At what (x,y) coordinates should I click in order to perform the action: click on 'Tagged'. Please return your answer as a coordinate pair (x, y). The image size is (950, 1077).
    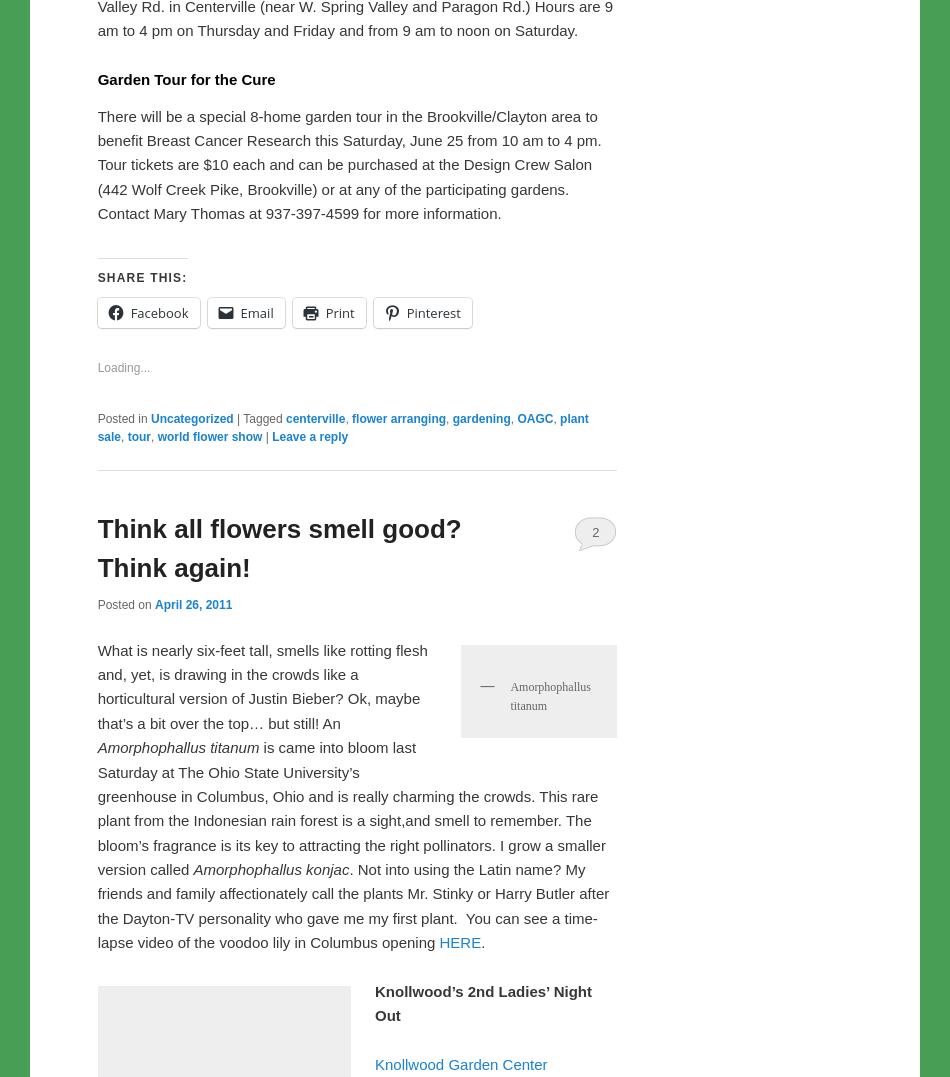
    Looking at the image, I should click on (242, 836).